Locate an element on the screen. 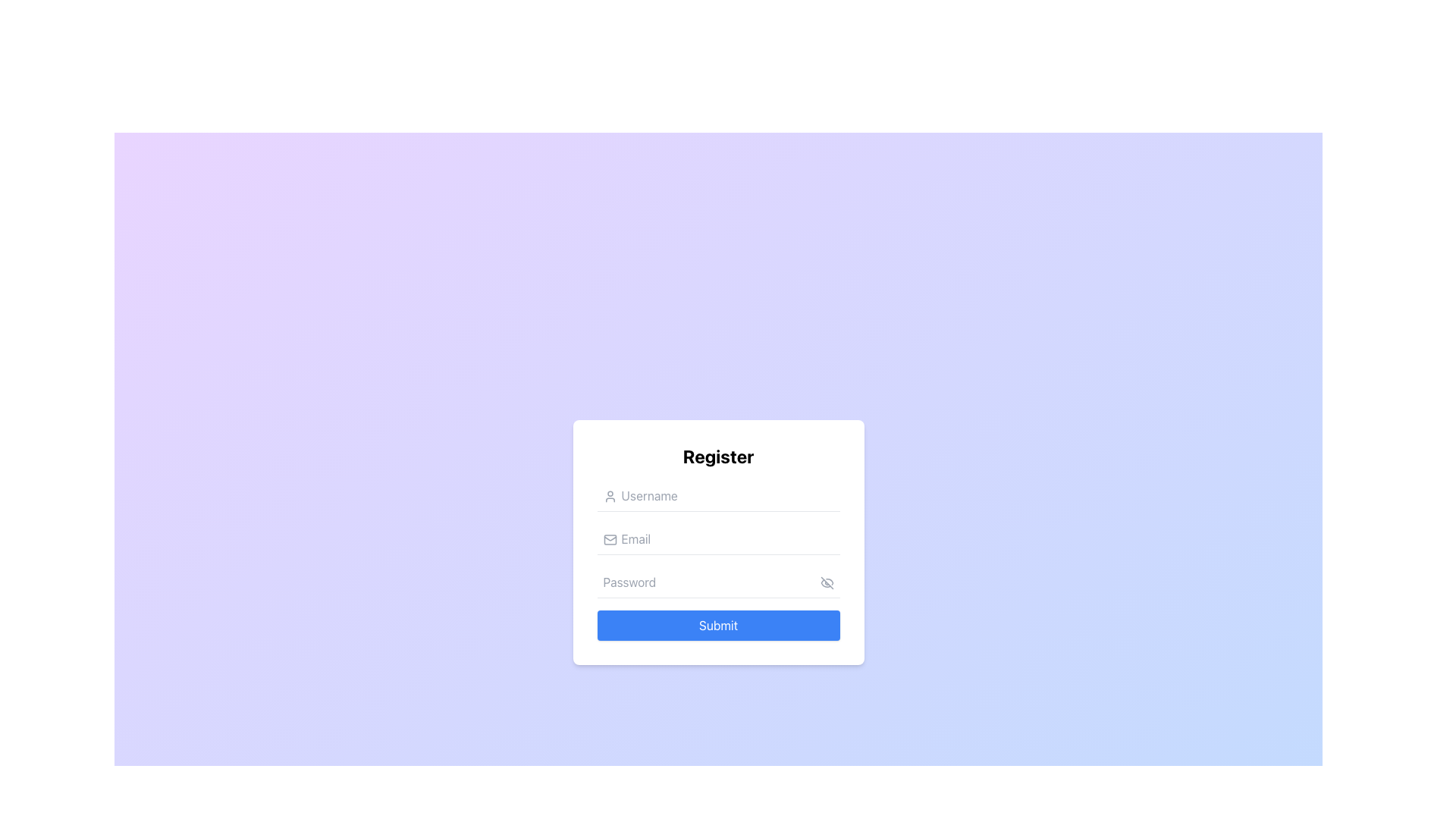  the 'Submit' button, which is a rectangular button with rounded corners, filled with a blue background and white text, located at the bottom of the form beneath the password input field is located at coordinates (717, 625).